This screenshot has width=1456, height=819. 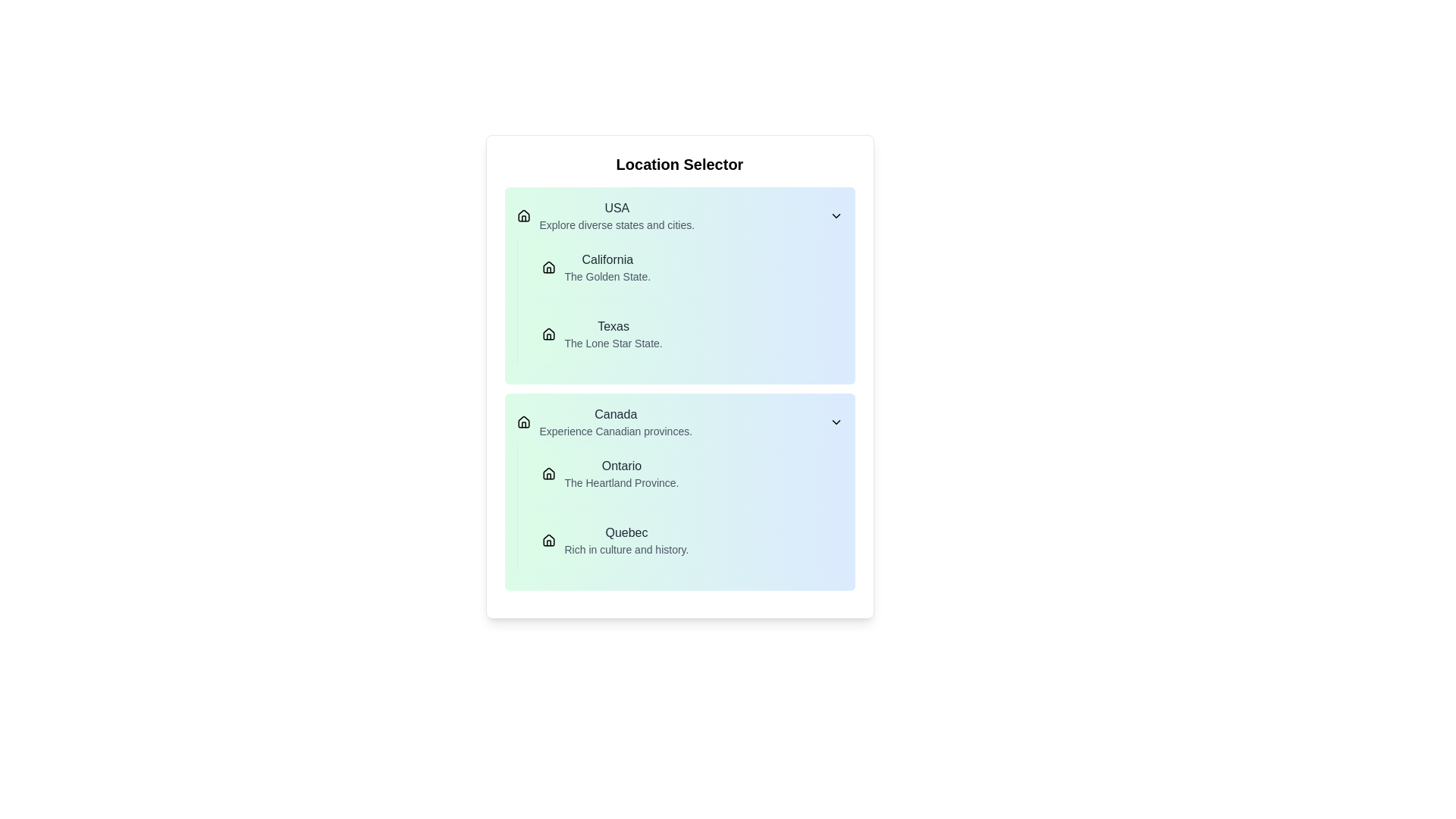 What do you see at coordinates (548, 539) in the screenshot?
I see `the house-shaped icon next to the text 'Quebec', which represents a home symbol` at bounding box center [548, 539].